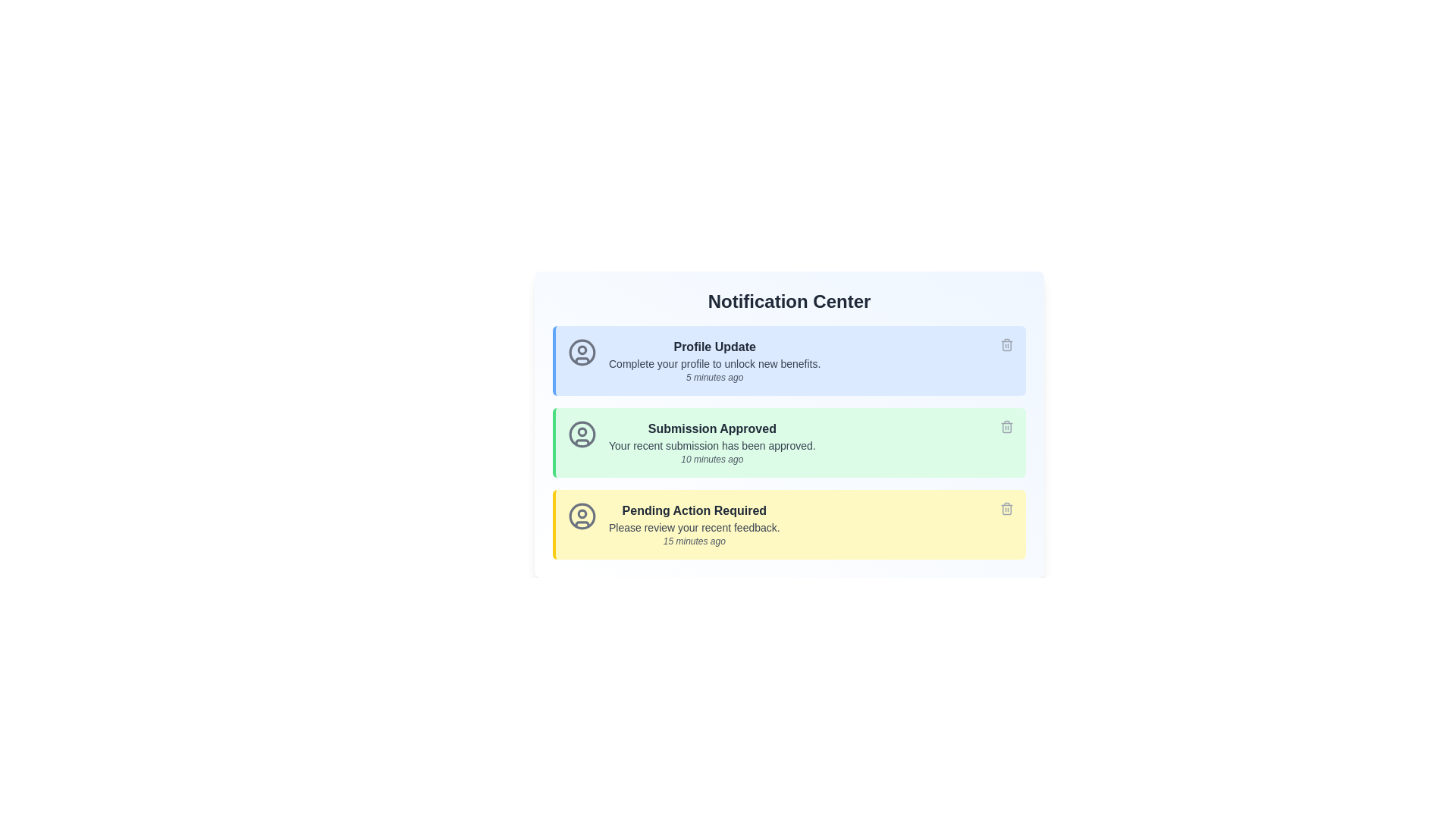 This screenshot has width=1456, height=819. What do you see at coordinates (1007, 510) in the screenshot?
I see `the trash can icon located at the end of the 'Pending Action Required' notification card` at bounding box center [1007, 510].